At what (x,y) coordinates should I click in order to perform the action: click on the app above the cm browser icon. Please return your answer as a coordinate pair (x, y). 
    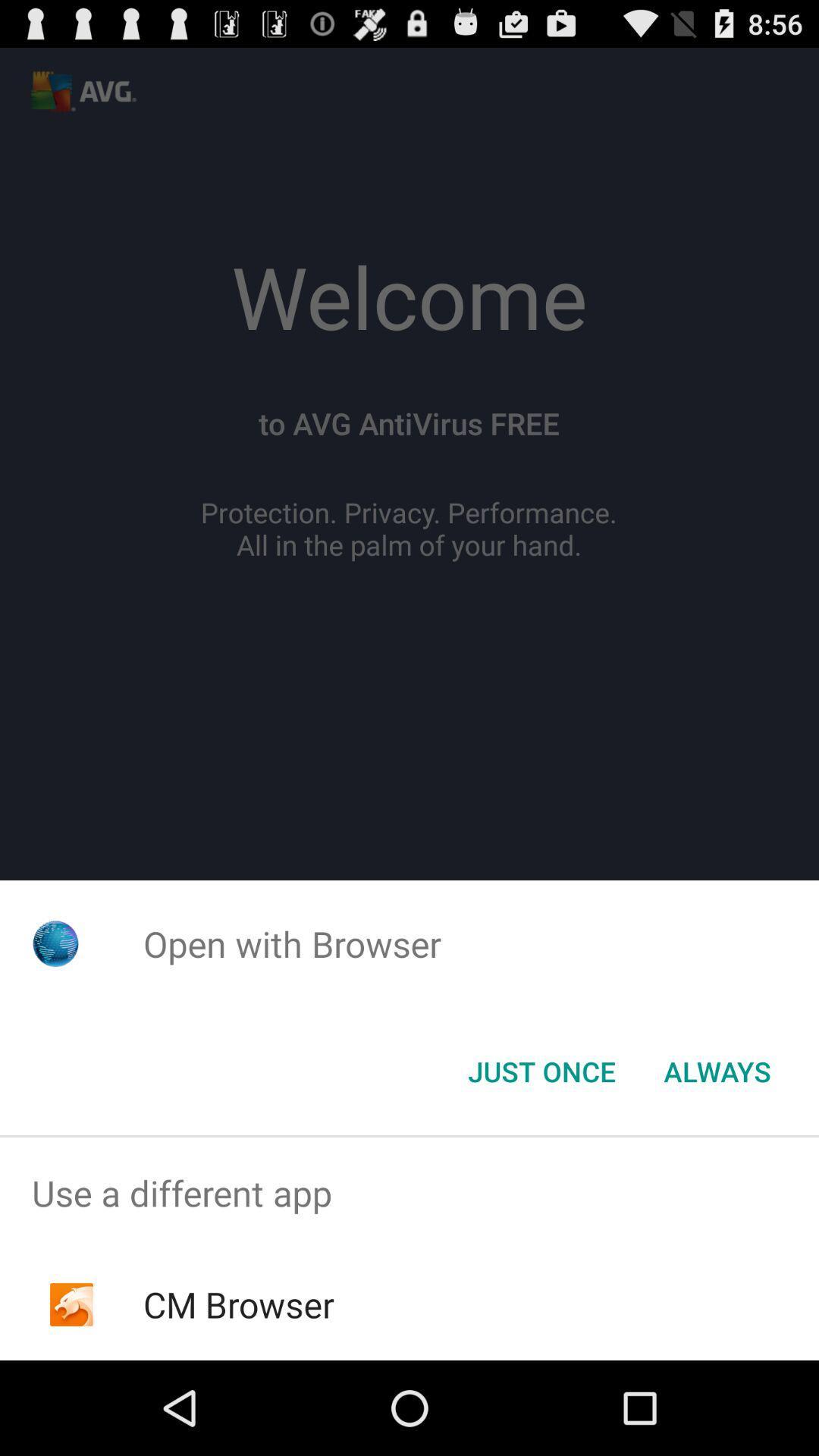
    Looking at the image, I should click on (409, 1192).